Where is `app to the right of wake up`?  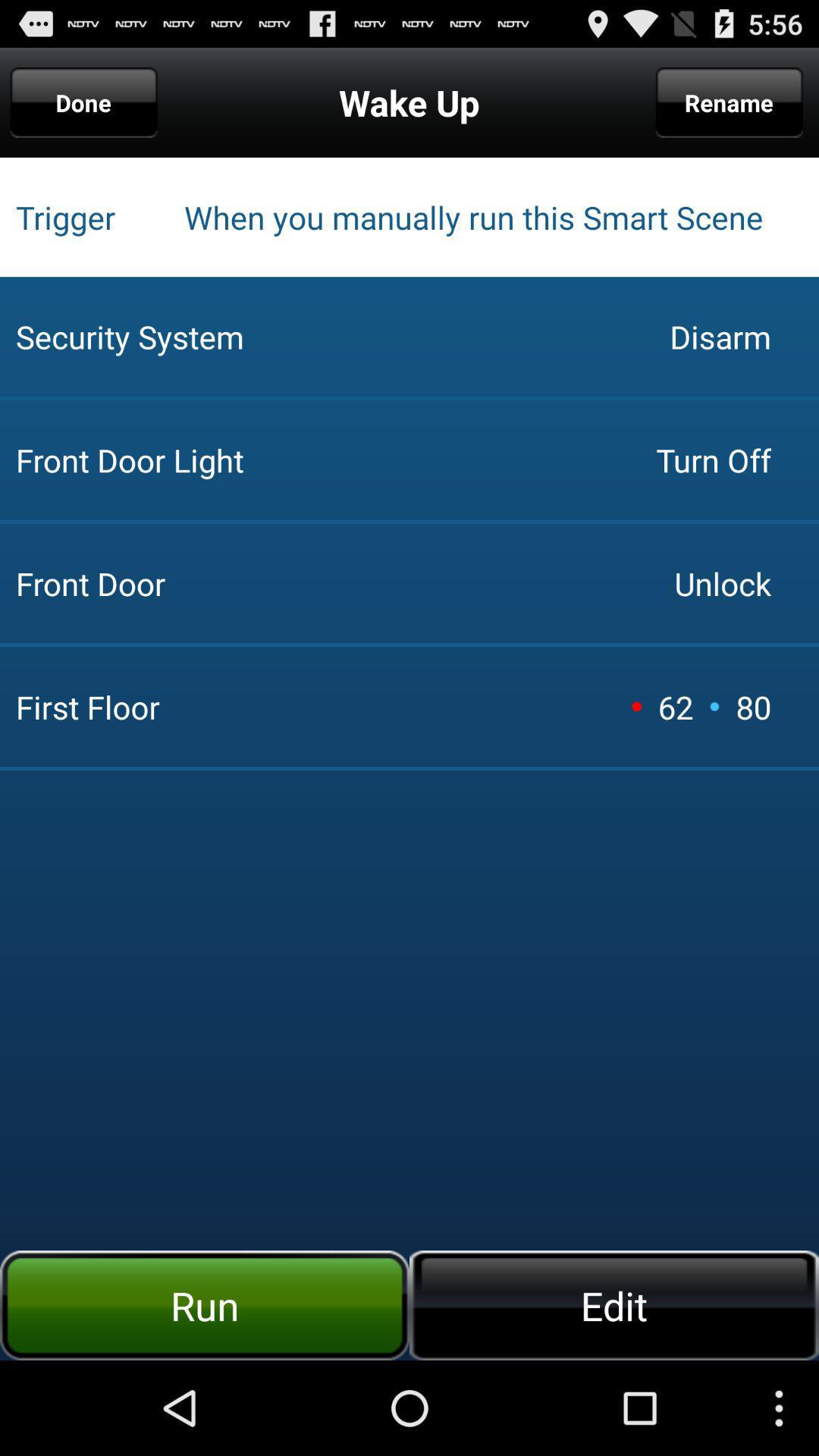
app to the right of wake up is located at coordinates (728, 102).